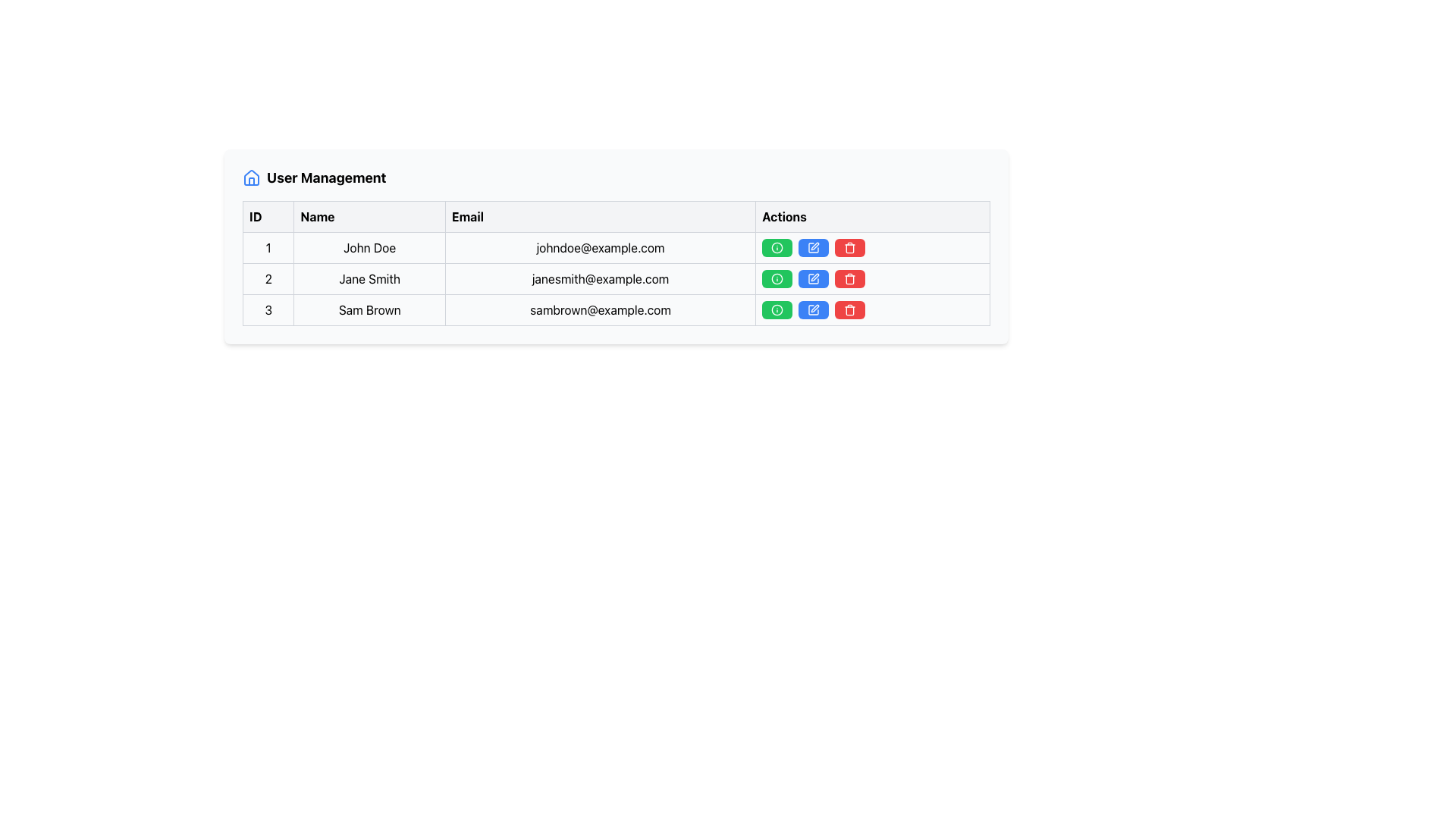 This screenshot has width=1456, height=819. I want to click on text from the Text Label displaying 'Sam Brown' located in the third row of the table under the 'Name' column, so click(369, 309).